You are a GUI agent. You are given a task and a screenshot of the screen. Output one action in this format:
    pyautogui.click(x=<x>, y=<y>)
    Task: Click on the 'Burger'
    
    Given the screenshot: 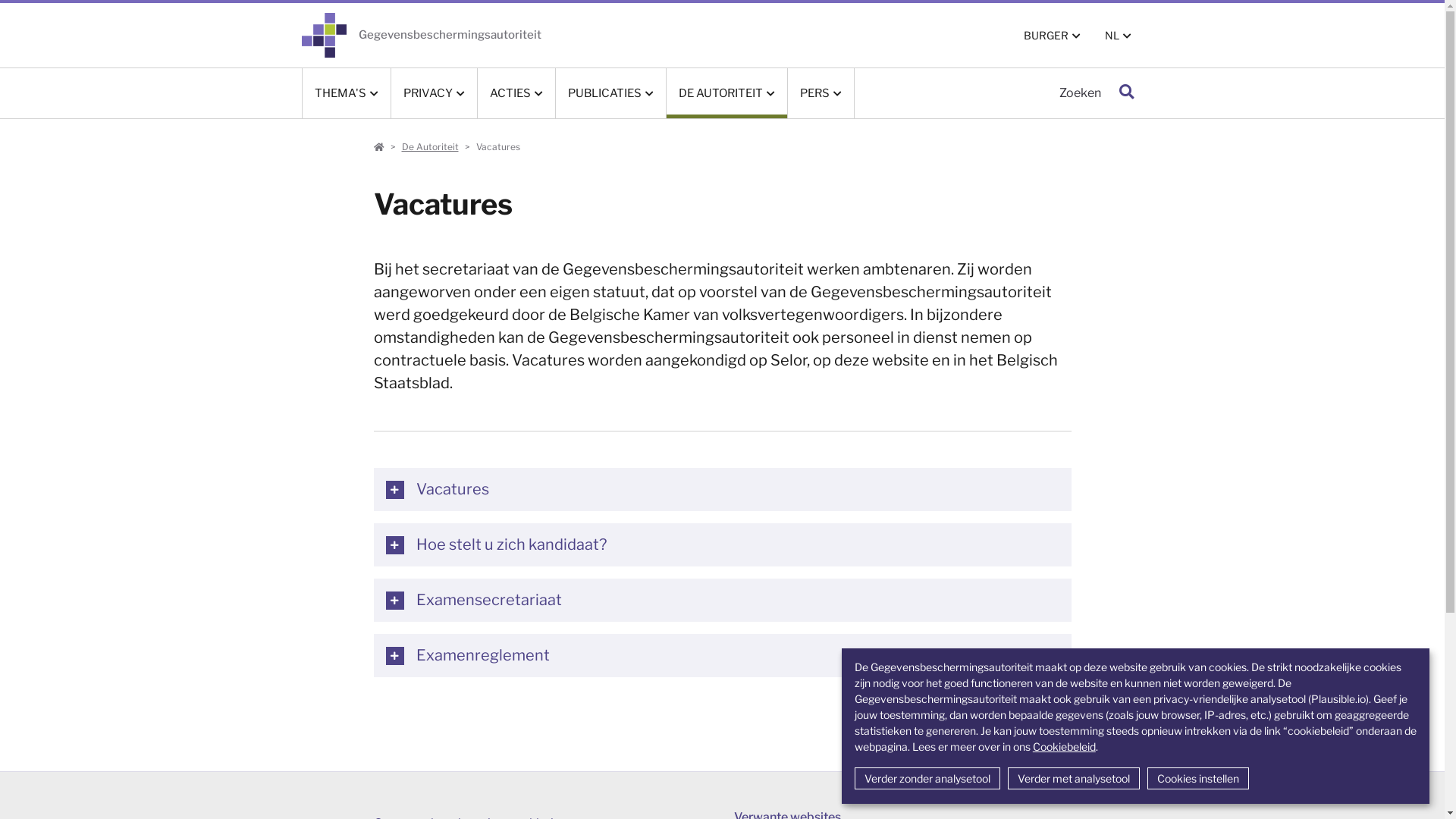 What is the action you would take?
    pyautogui.click(x=378, y=146)
    